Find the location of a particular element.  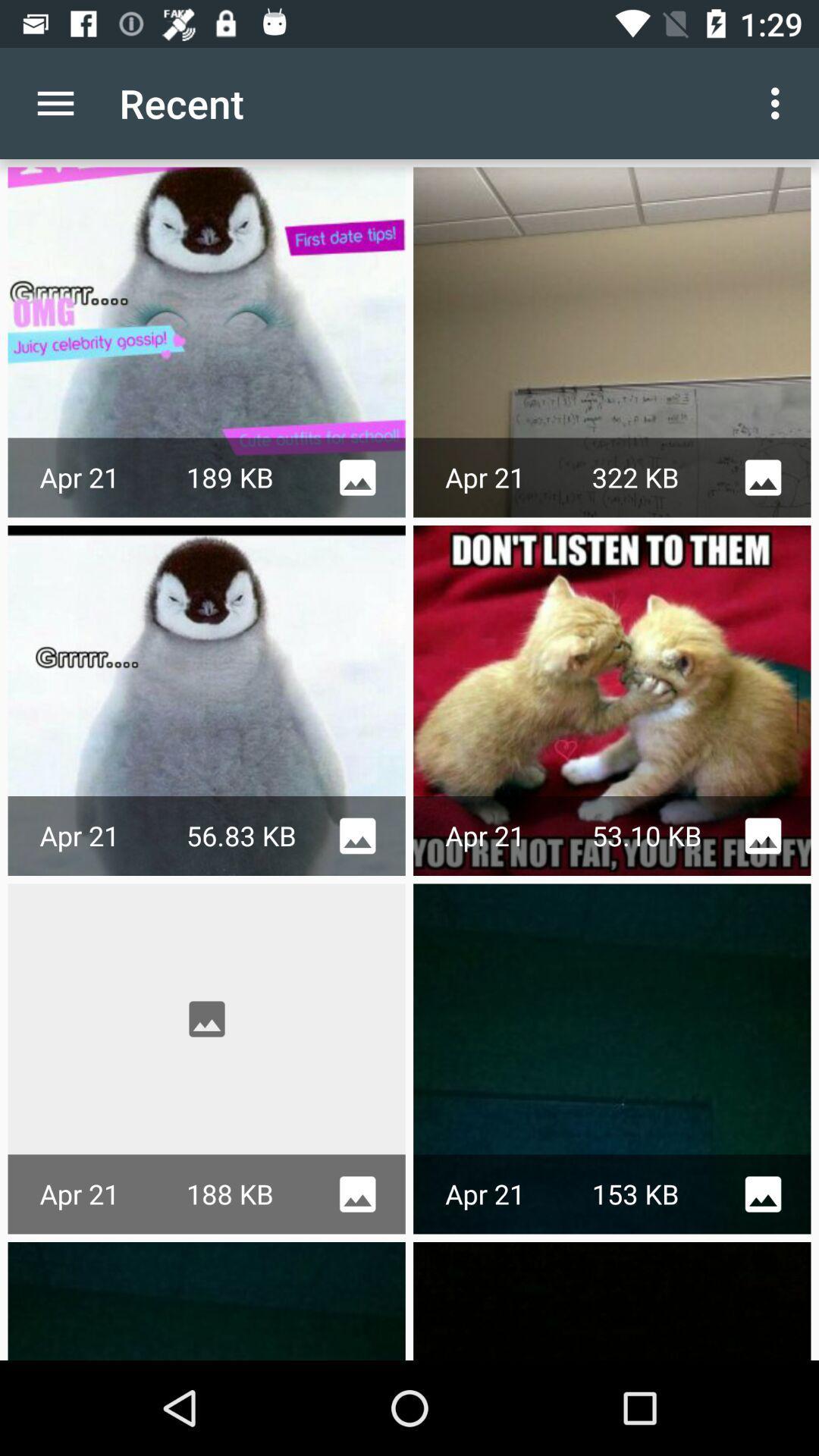

item next to the recent app is located at coordinates (55, 102).